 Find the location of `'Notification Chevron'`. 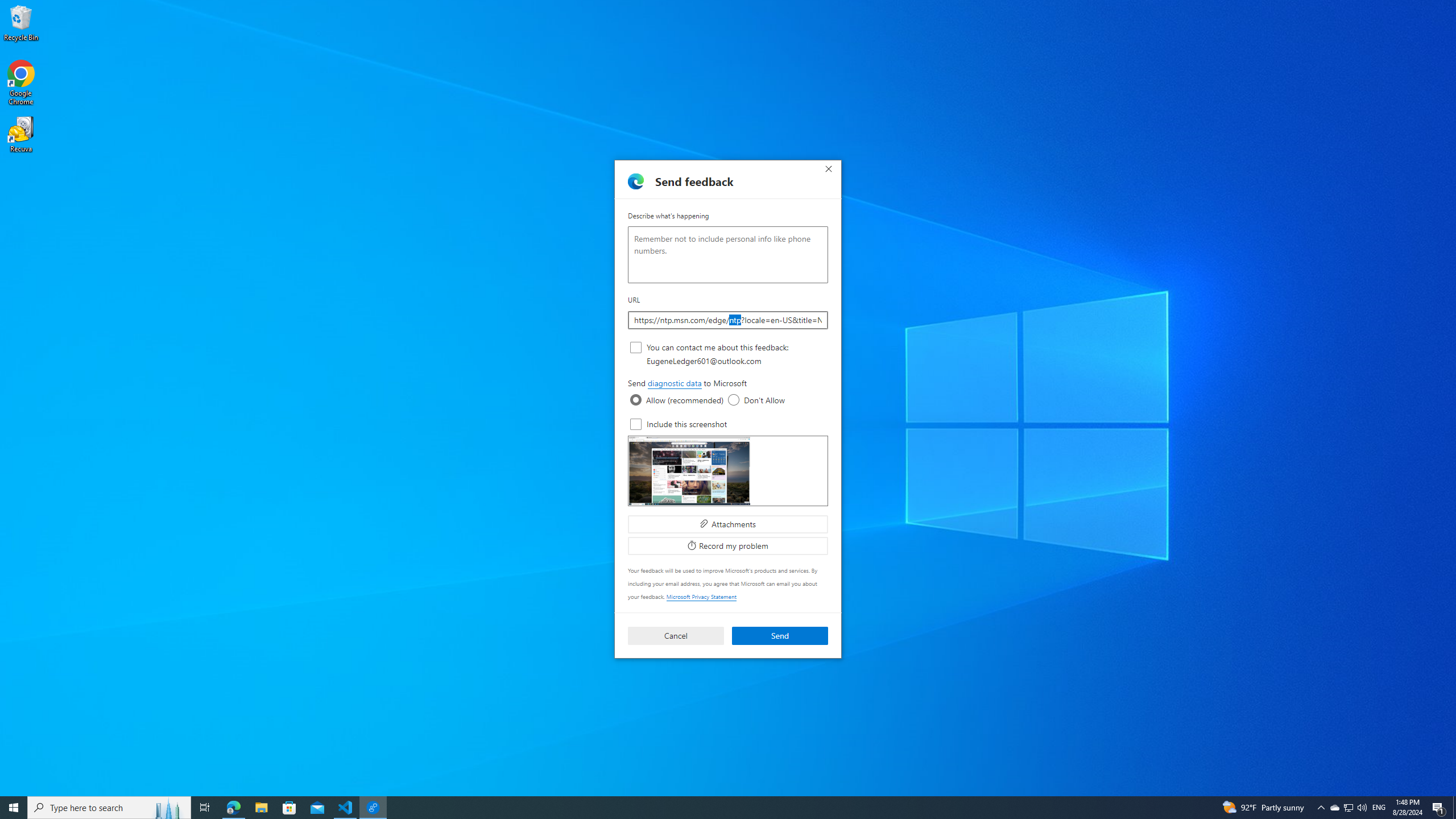

'Notification Chevron' is located at coordinates (1321, 806).